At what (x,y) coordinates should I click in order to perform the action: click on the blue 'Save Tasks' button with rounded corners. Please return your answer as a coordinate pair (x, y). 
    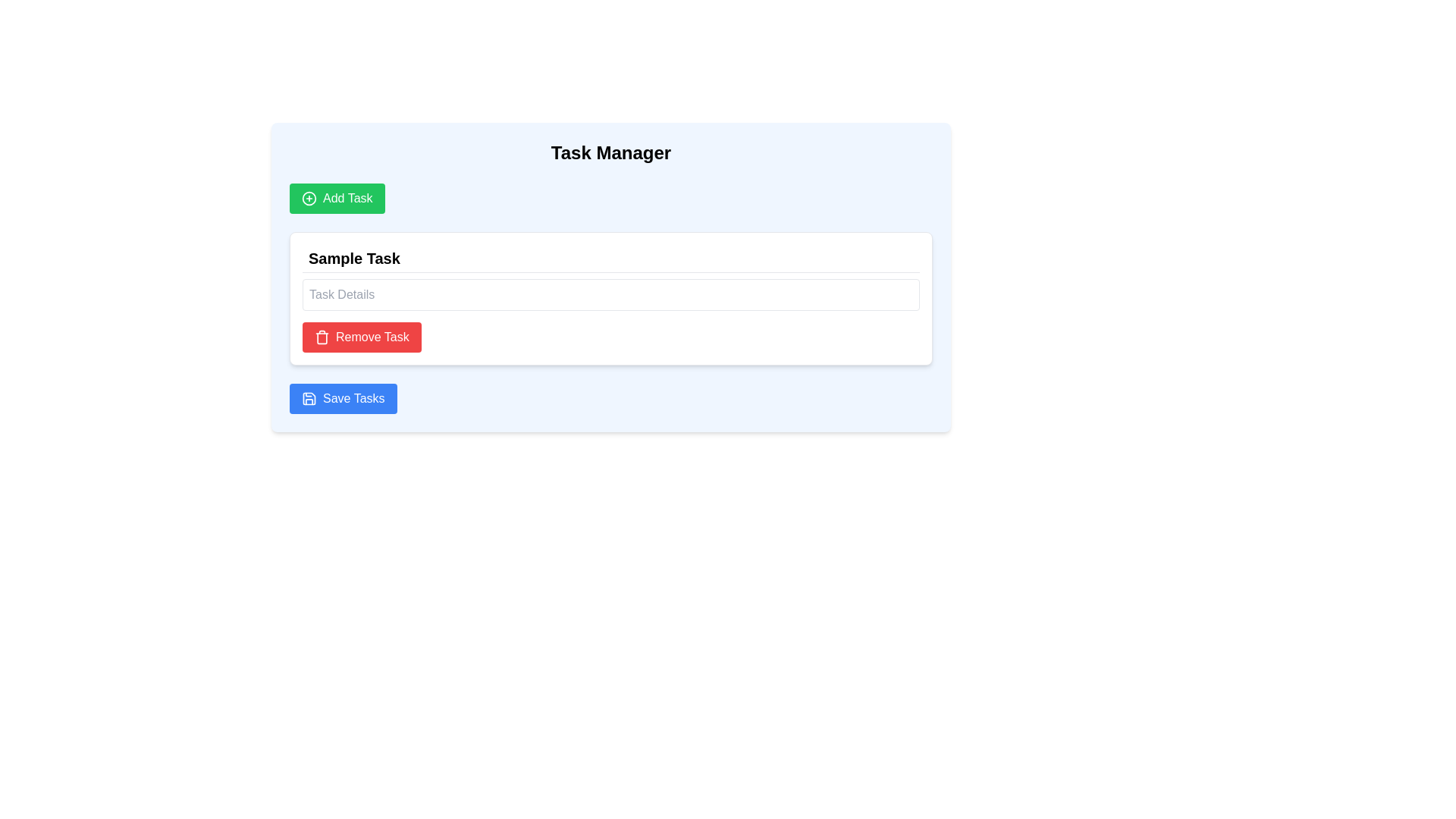
    Looking at the image, I should click on (342, 397).